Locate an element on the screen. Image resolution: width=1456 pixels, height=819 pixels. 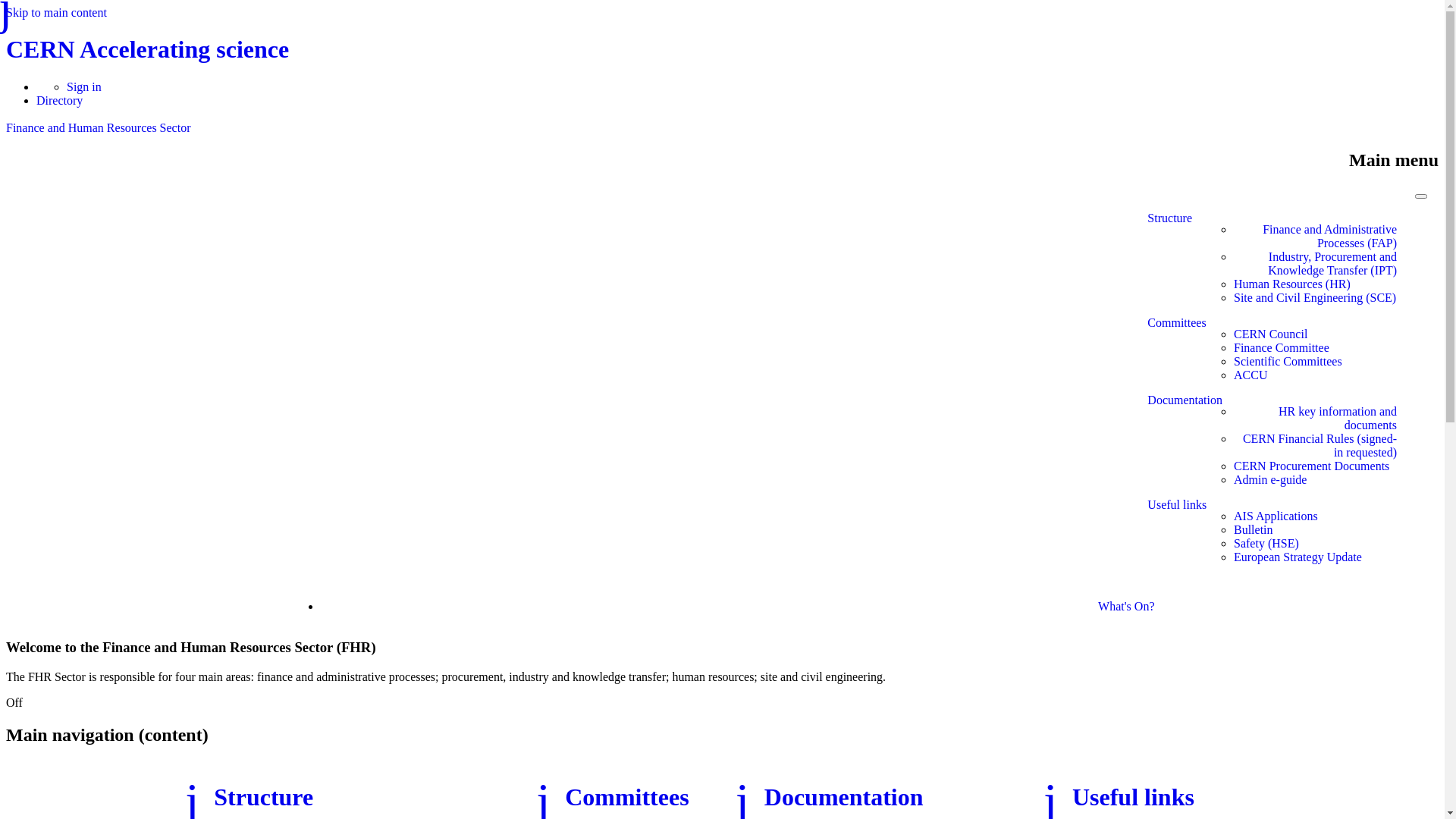
'Structure' is located at coordinates (213, 795).